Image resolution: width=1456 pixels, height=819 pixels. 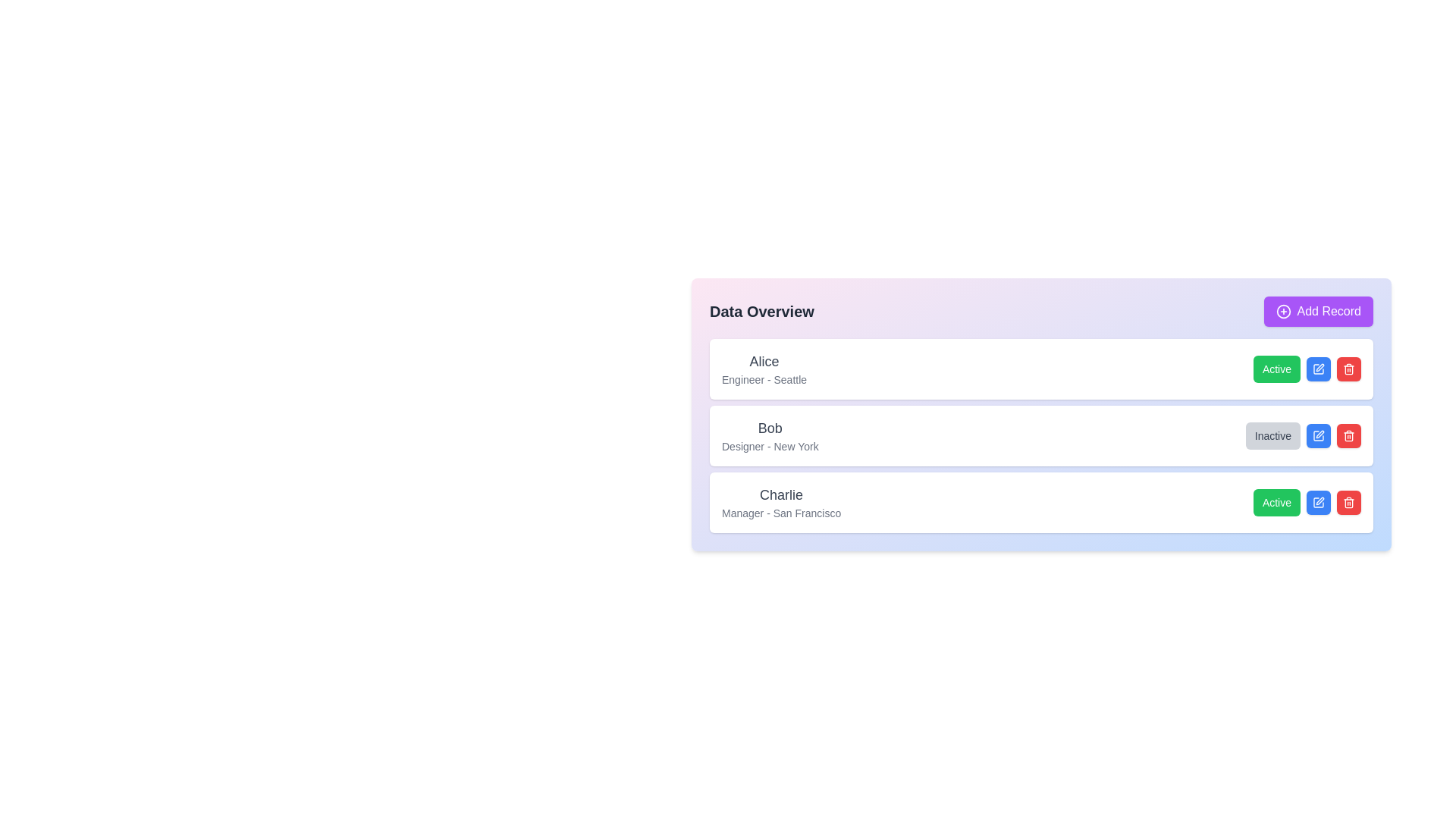 I want to click on the text label displaying the name and job title of an individual, which is located at the topmost position within a white rectangular card with rounded corners, so click(x=764, y=369).